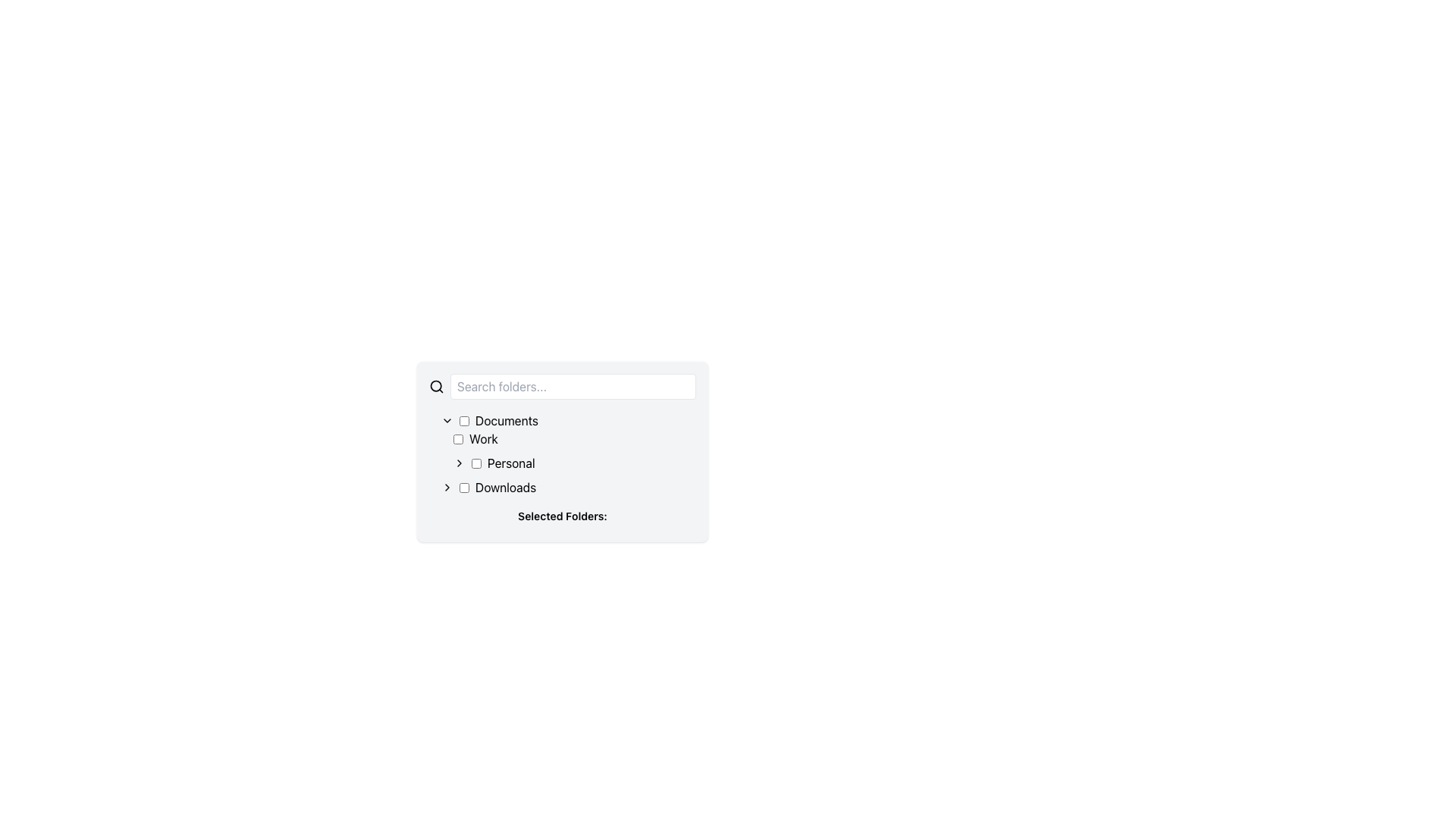  I want to click on the label for the 'Work' folder, which is positioned beneath the 'Documents' folder and above the 'Personal' folder in the vertical file list interface, and is immediately to the right of a checkbox, so click(482, 438).